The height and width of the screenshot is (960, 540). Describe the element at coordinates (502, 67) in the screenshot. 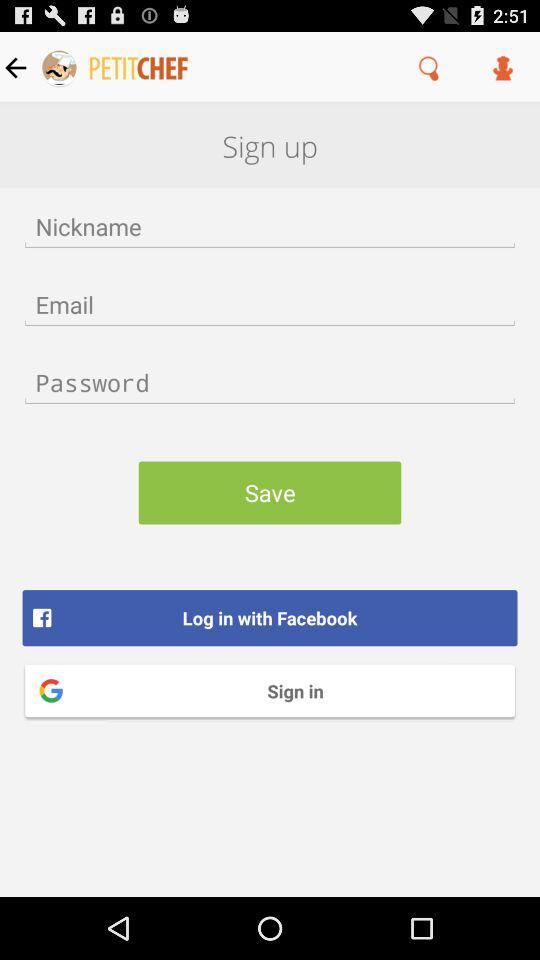

I see `the item above sign up item` at that location.